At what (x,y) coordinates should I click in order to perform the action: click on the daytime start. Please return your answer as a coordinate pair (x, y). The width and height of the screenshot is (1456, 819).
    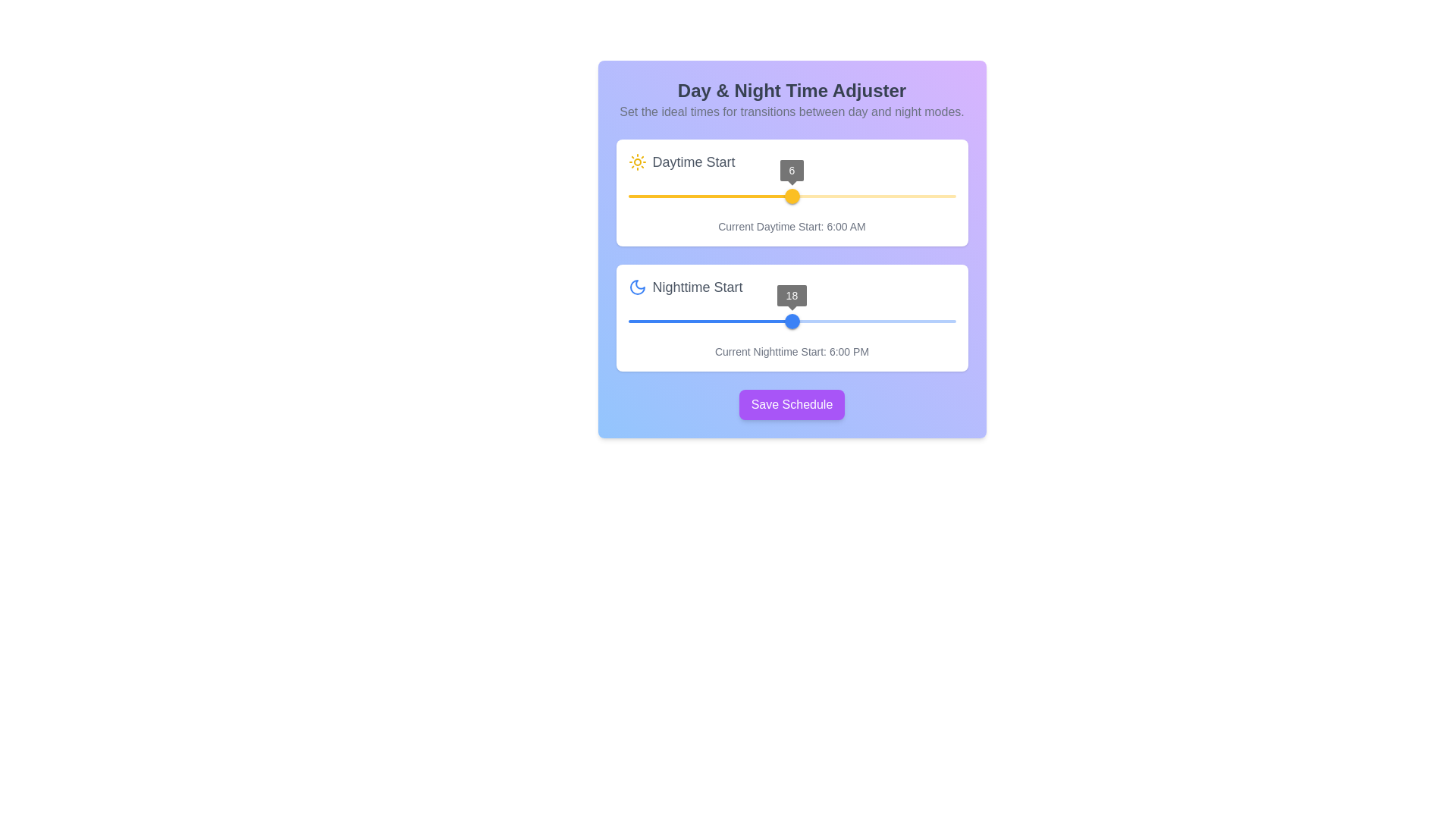
    Looking at the image, I should click on (846, 195).